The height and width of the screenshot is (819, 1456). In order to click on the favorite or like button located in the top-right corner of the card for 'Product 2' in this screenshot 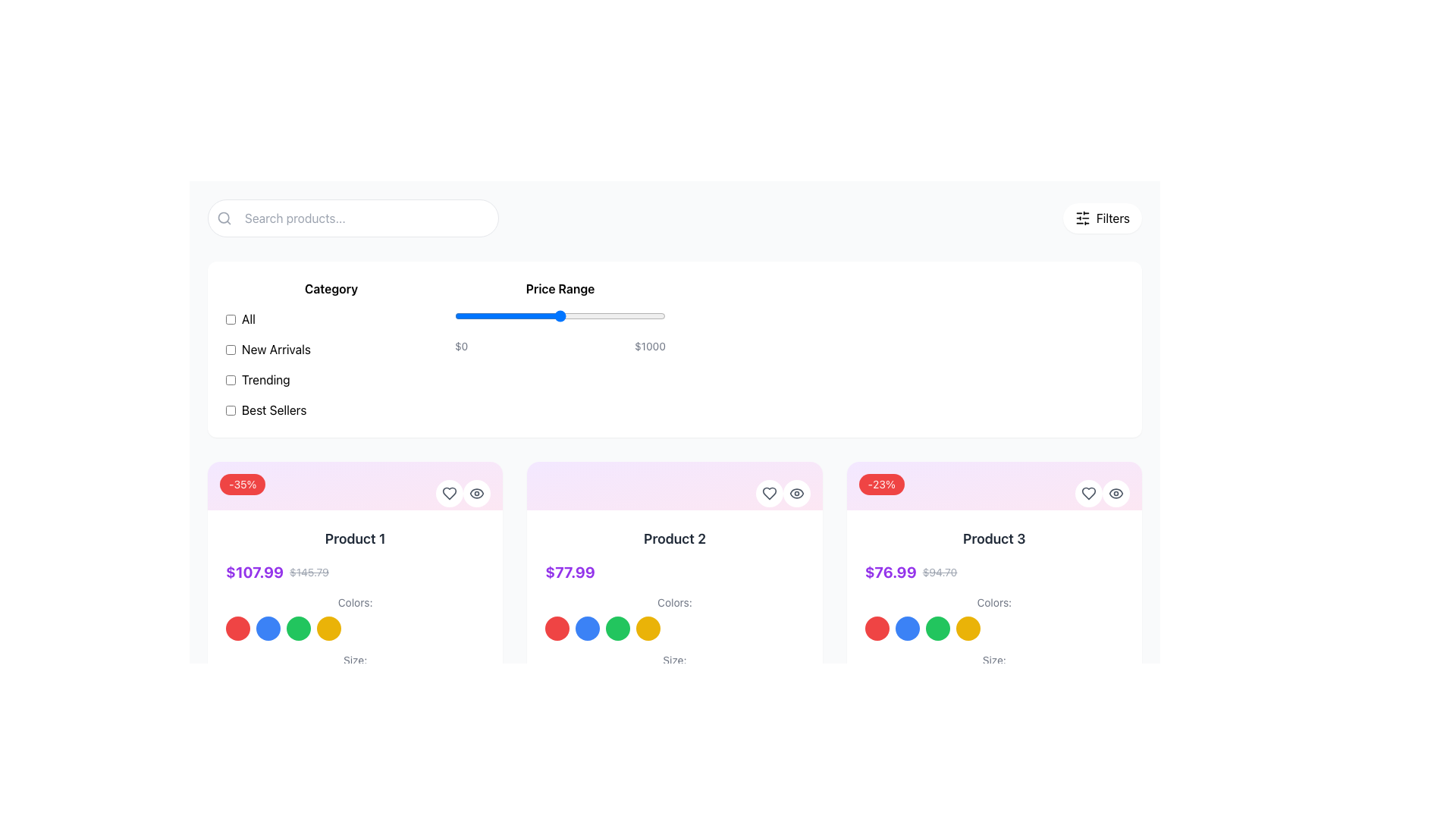, I will do `click(769, 494)`.